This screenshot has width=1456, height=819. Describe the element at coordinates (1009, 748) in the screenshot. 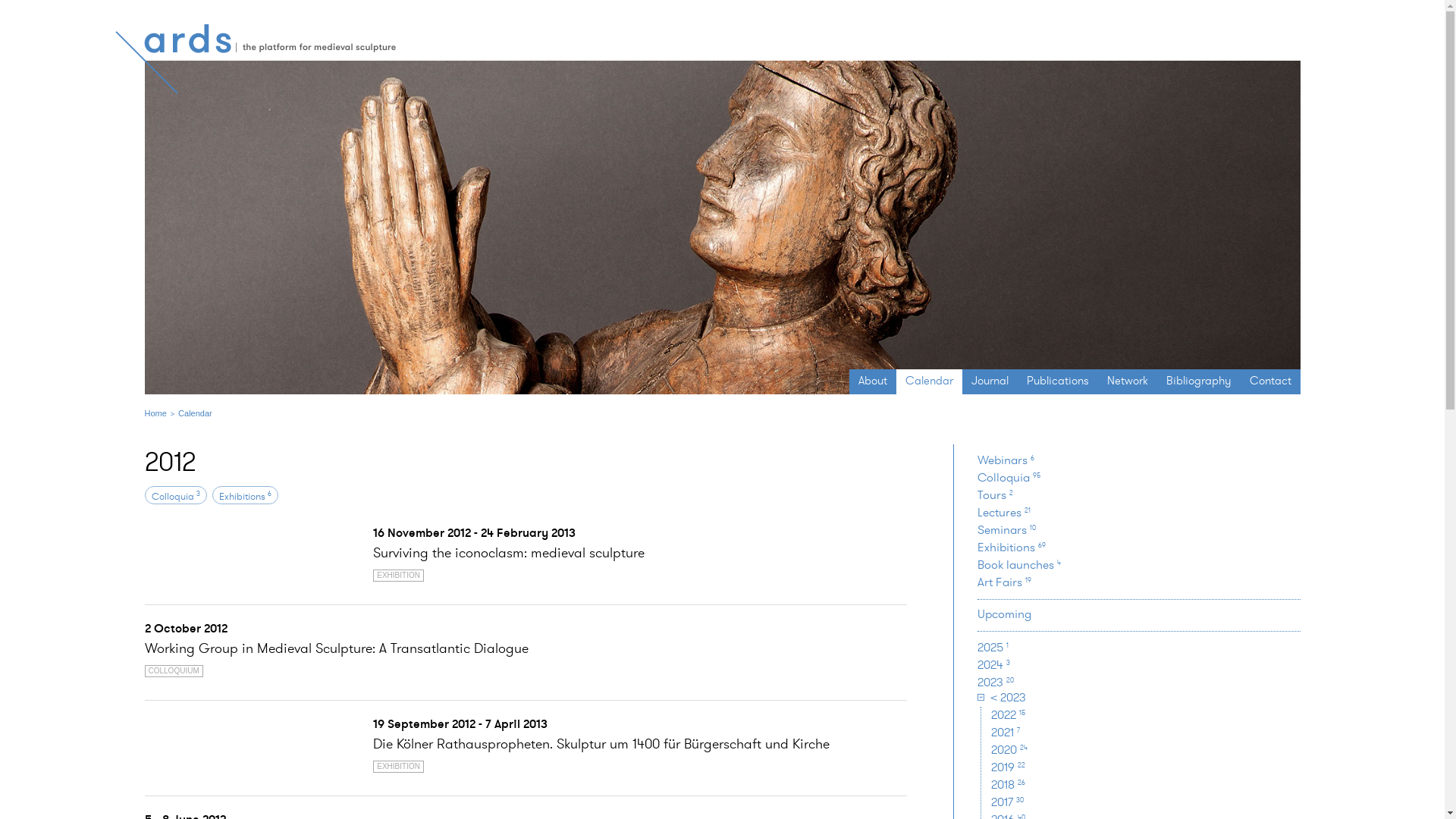

I see `'2020 24'` at that location.